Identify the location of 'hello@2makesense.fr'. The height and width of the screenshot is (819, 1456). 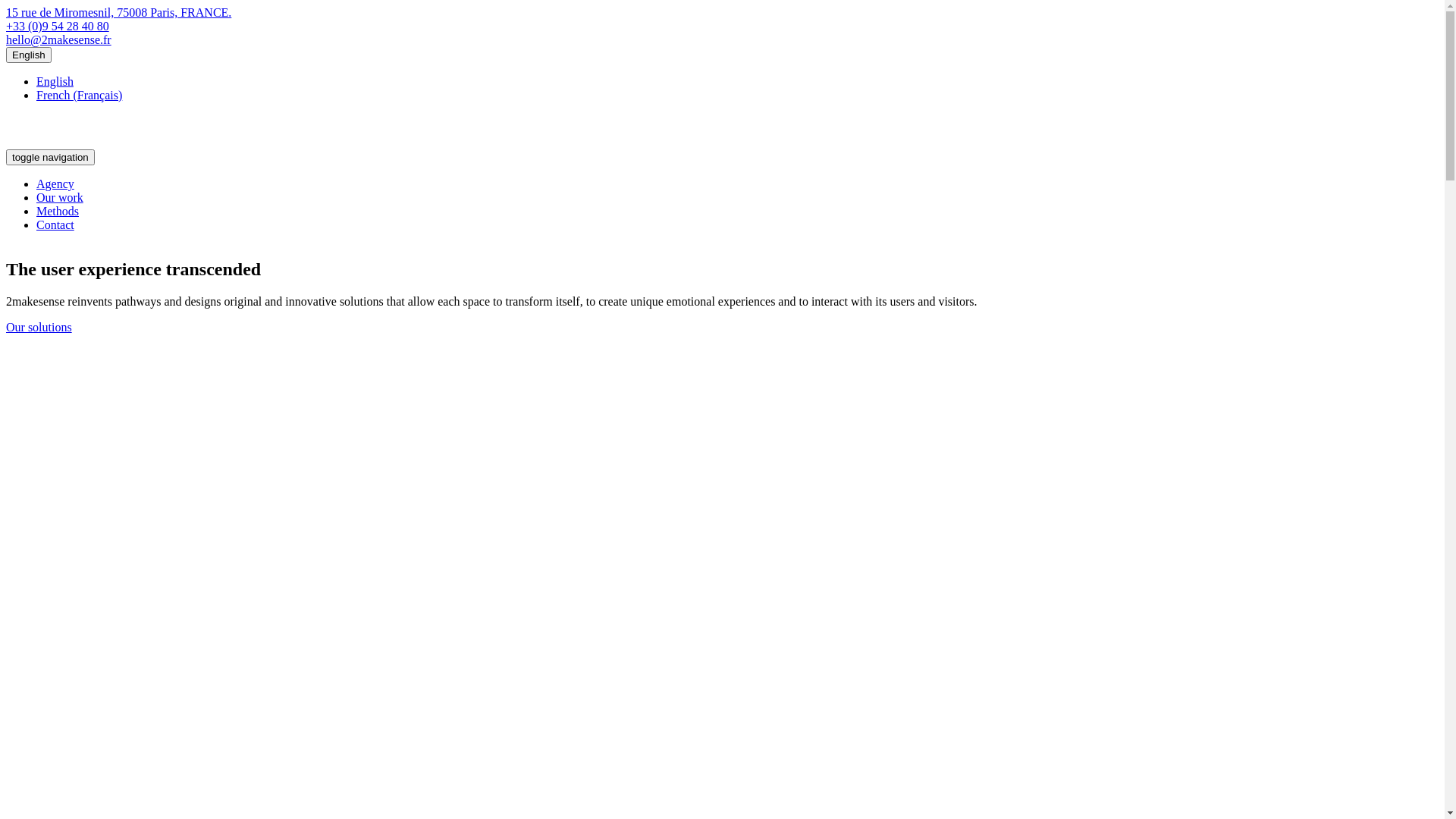
(58, 39).